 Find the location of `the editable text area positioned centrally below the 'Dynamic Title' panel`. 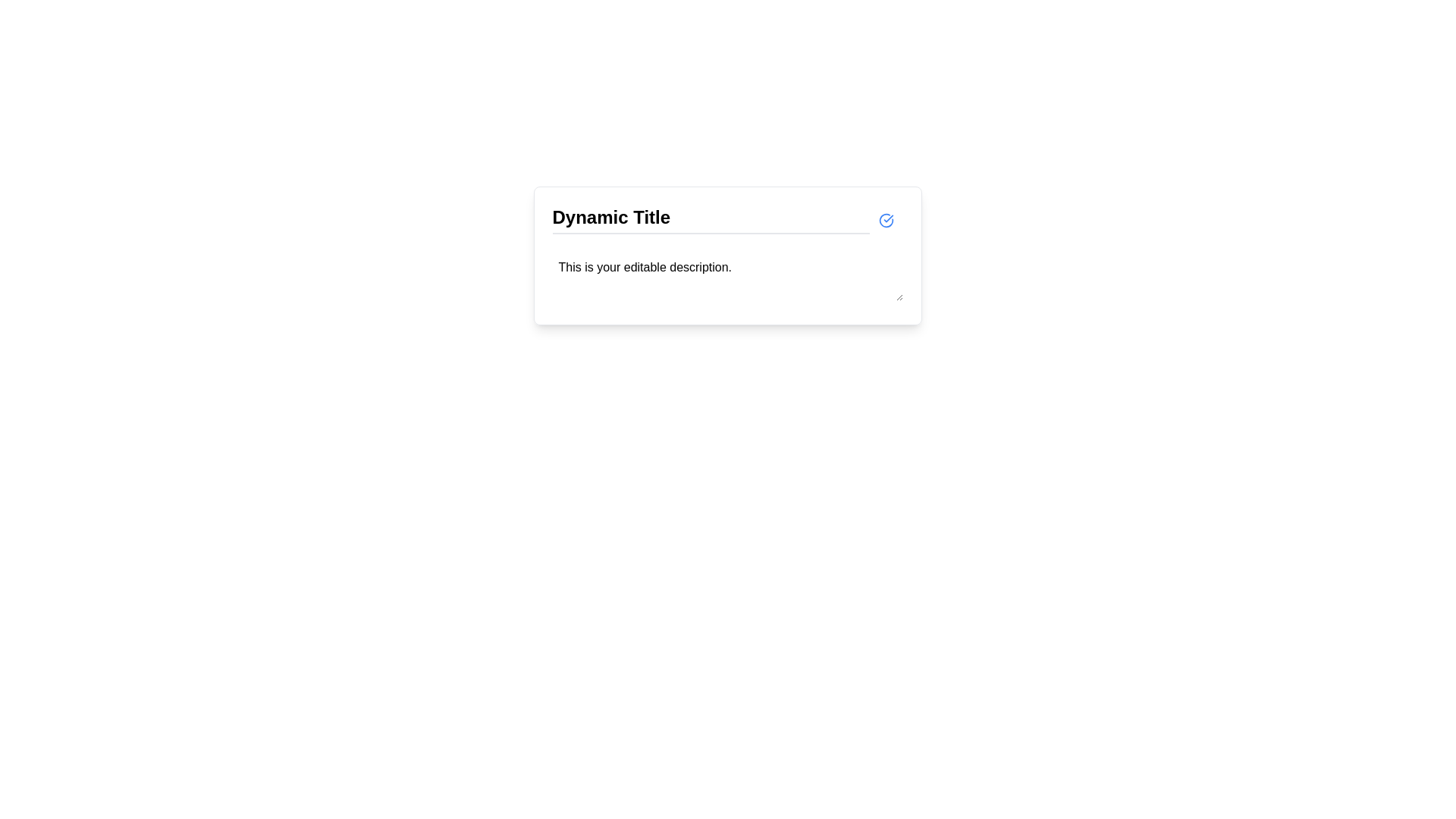

the editable text area positioned centrally below the 'Dynamic Title' panel is located at coordinates (726, 277).